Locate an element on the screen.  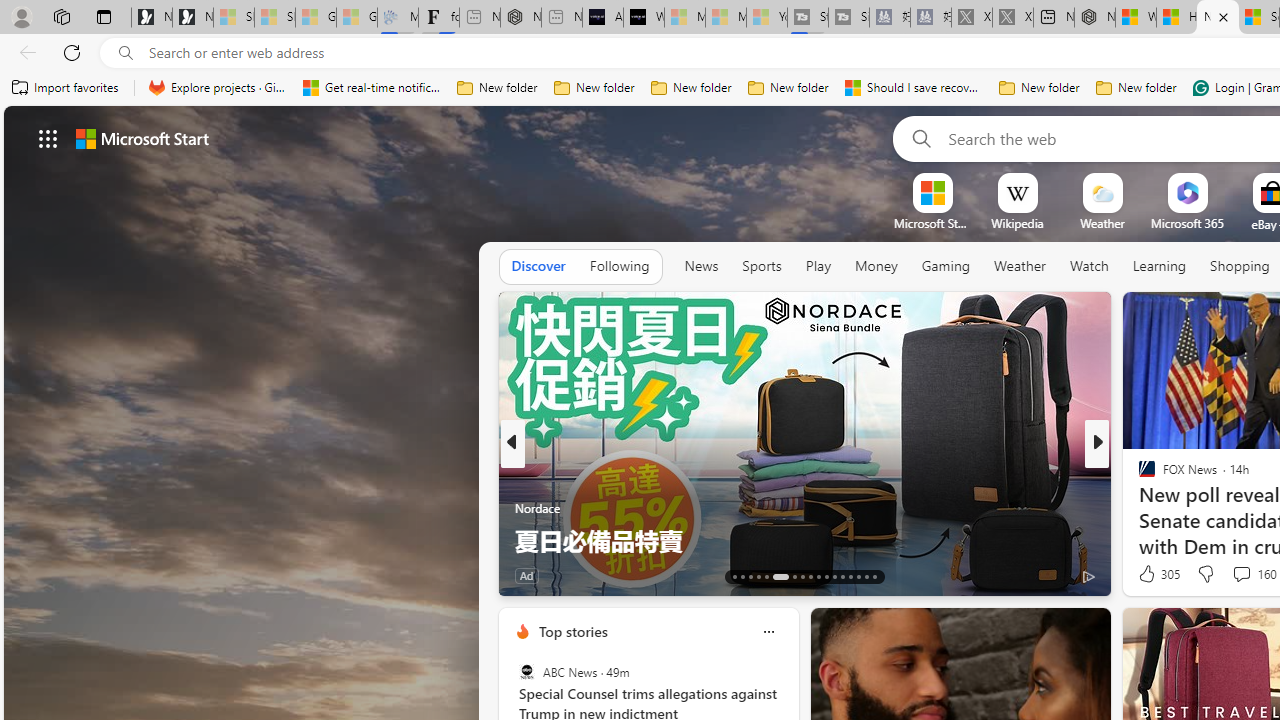
'View comments 160 Comment' is located at coordinates (1240, 573).